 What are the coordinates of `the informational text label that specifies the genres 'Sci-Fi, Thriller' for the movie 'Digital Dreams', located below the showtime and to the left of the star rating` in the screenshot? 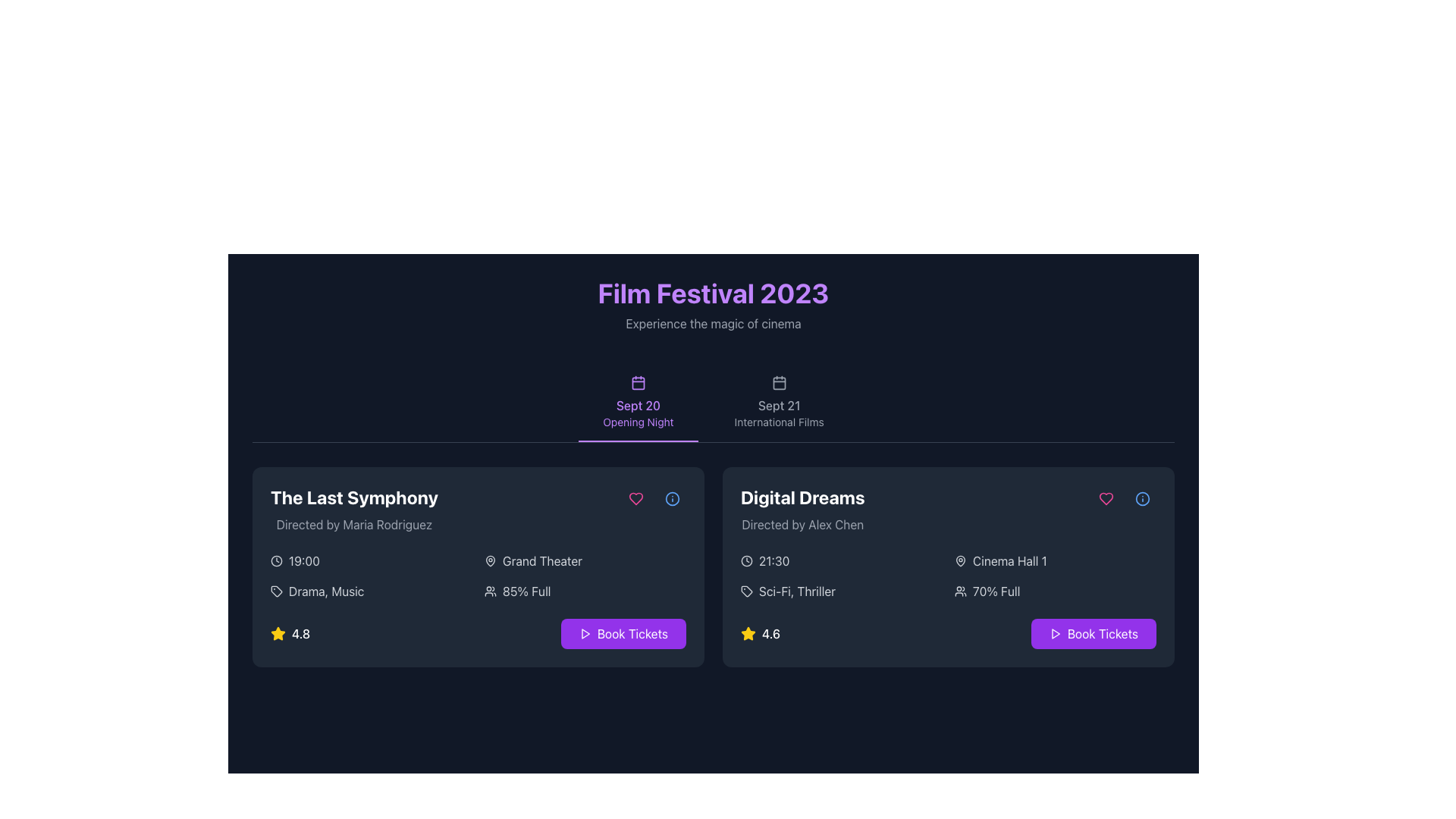 It's located at (796, 590).